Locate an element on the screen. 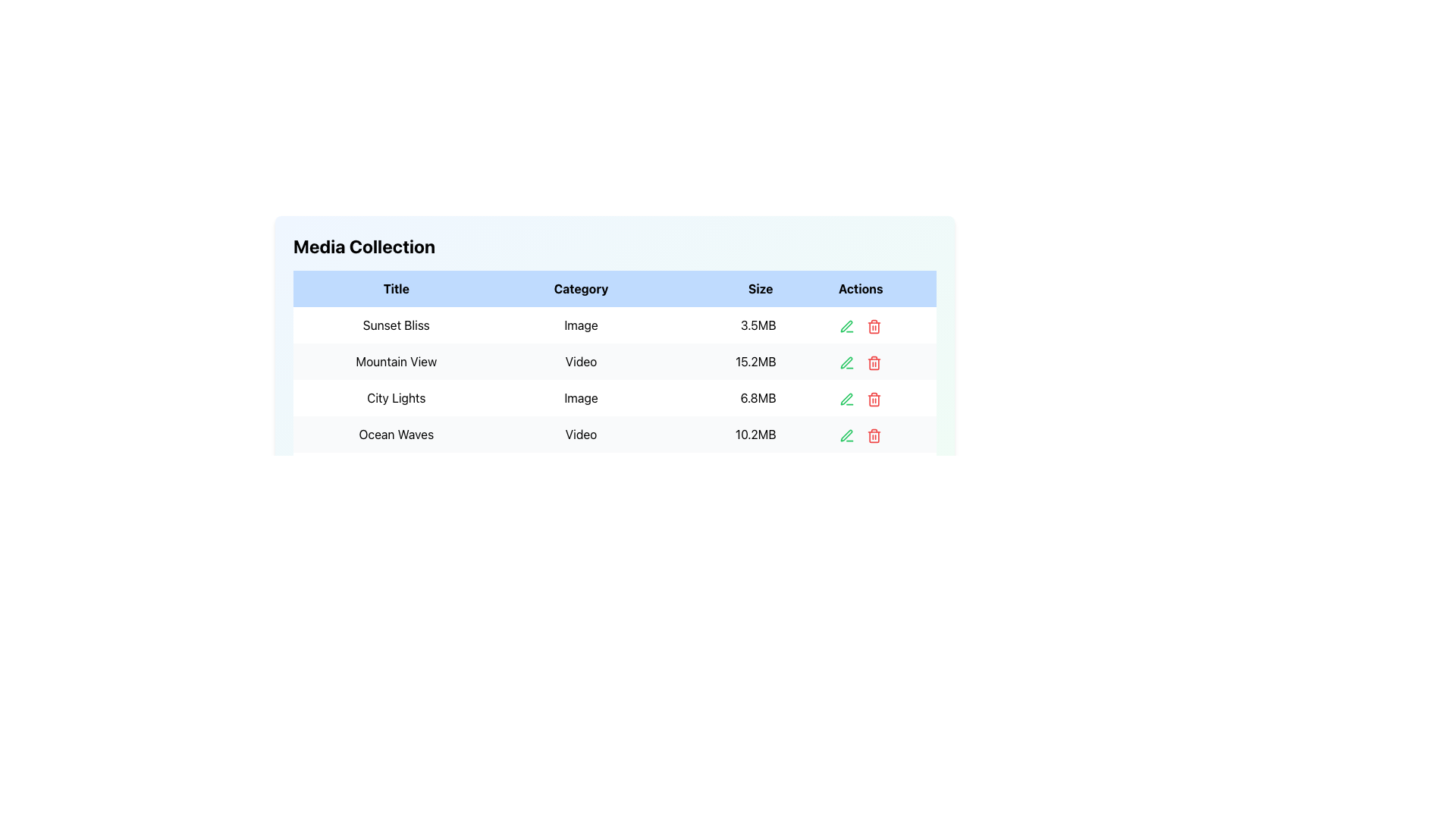 This screenshot has width=1456, height=819. the delete button for the 'Mountain View' video item, which is the second icon in the 'Actions' column for the second row of the table is located at coordinates (874, 362).